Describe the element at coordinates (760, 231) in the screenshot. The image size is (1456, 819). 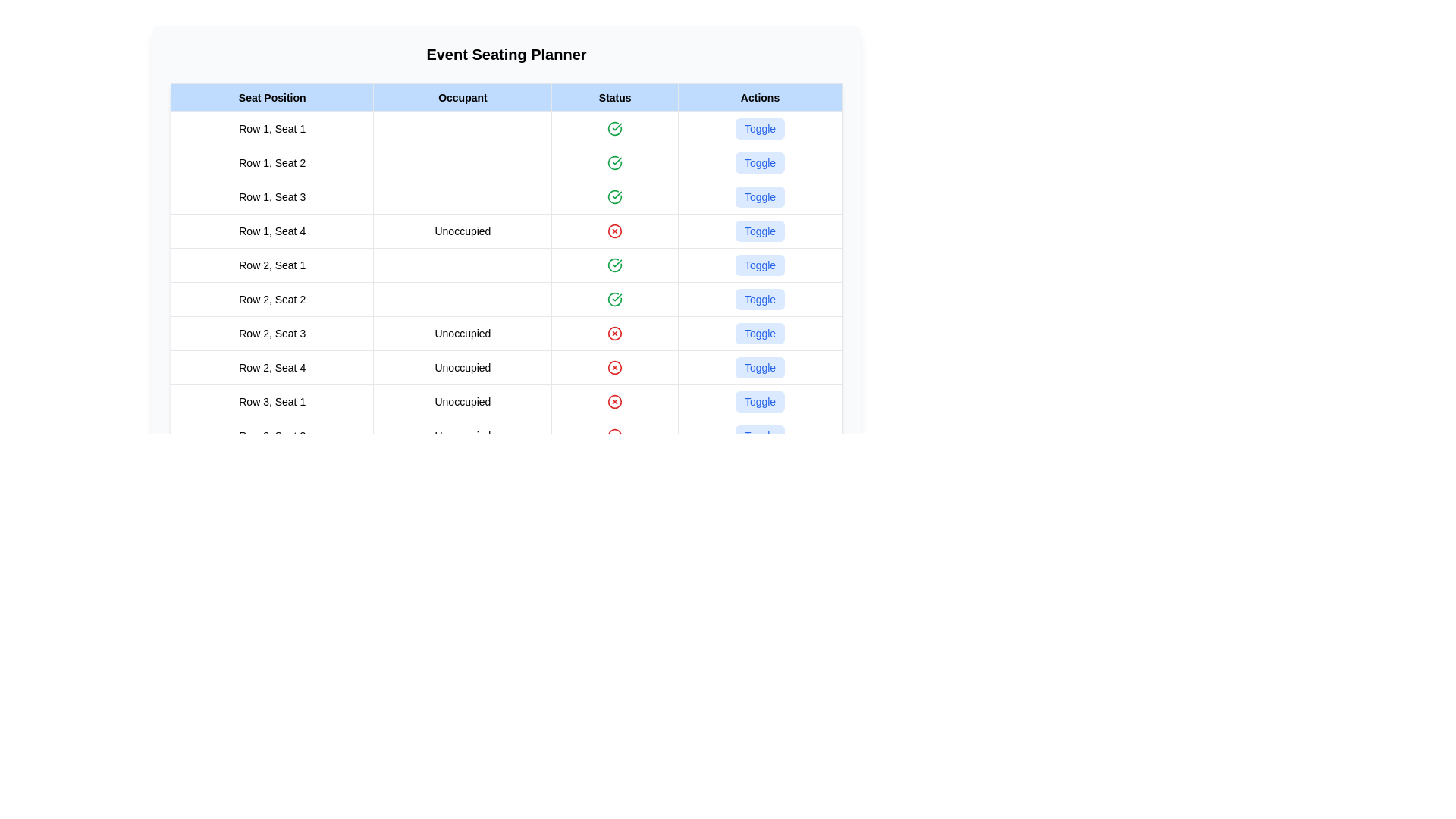
I see `the 'Toggle' button with rounded corners, light blue background, and bold blue text located in the 'Actions' column of the table layout for 'Row 1, Seat 4'` at that location.